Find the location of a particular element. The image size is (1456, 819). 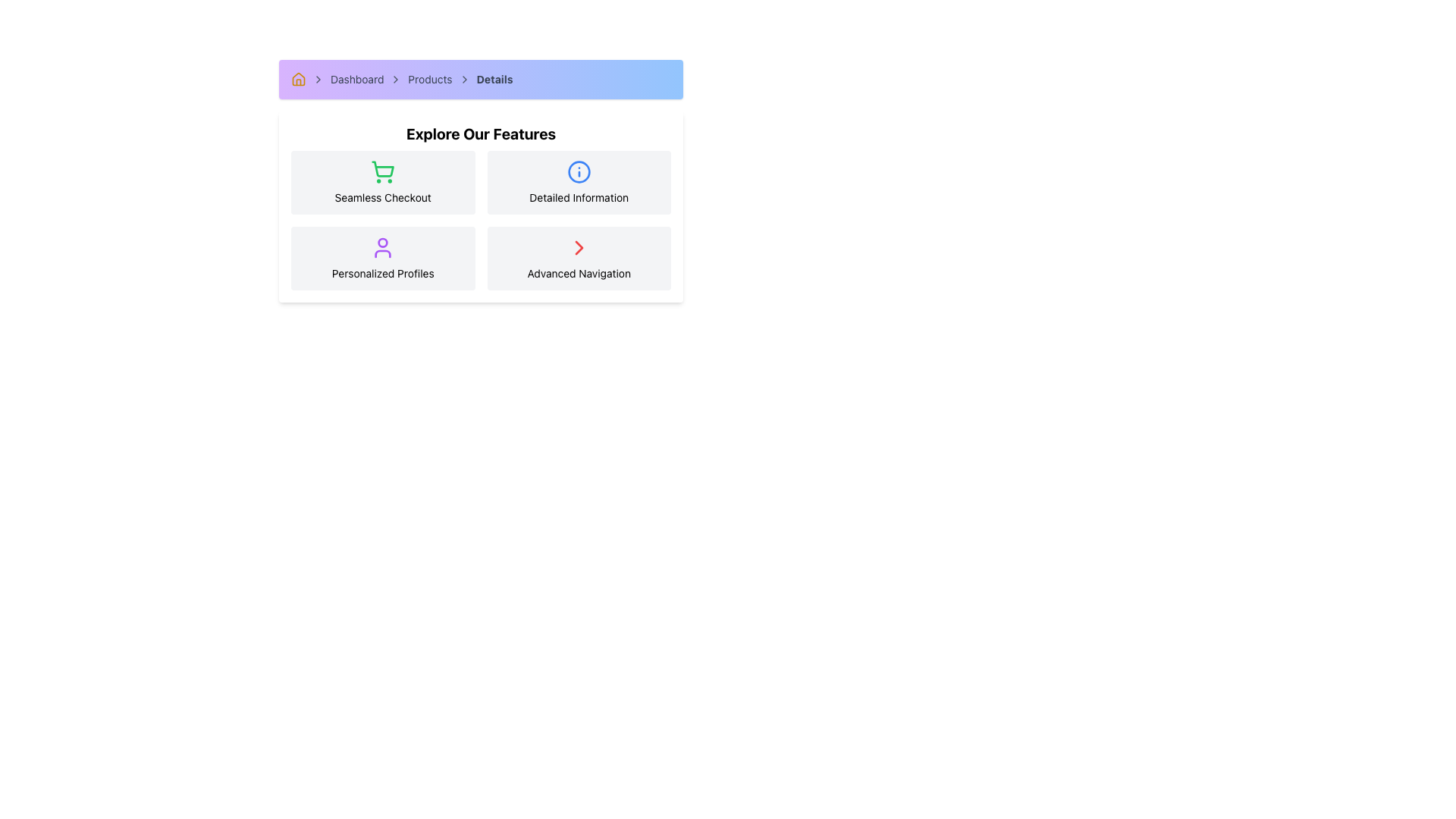

the 'Advanced Navigation' section which is a rectangular card with a light gray background and a red arrow icon pointing right, located in the bottom-right of the 'Explore Our Features' panel is located at coordinates (578, 257).